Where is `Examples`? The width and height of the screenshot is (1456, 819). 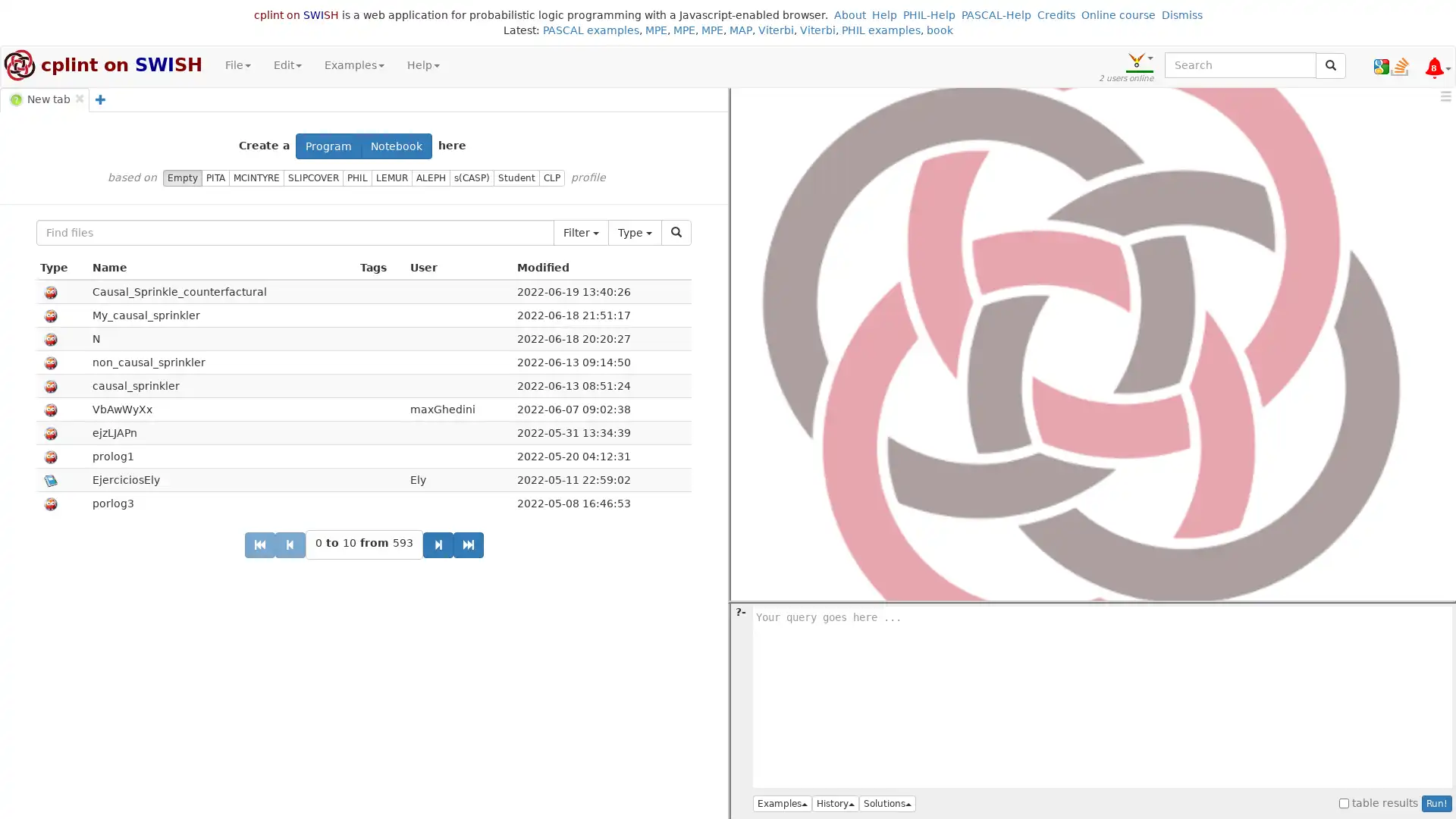 Examples is located at coordinates (783, 803).